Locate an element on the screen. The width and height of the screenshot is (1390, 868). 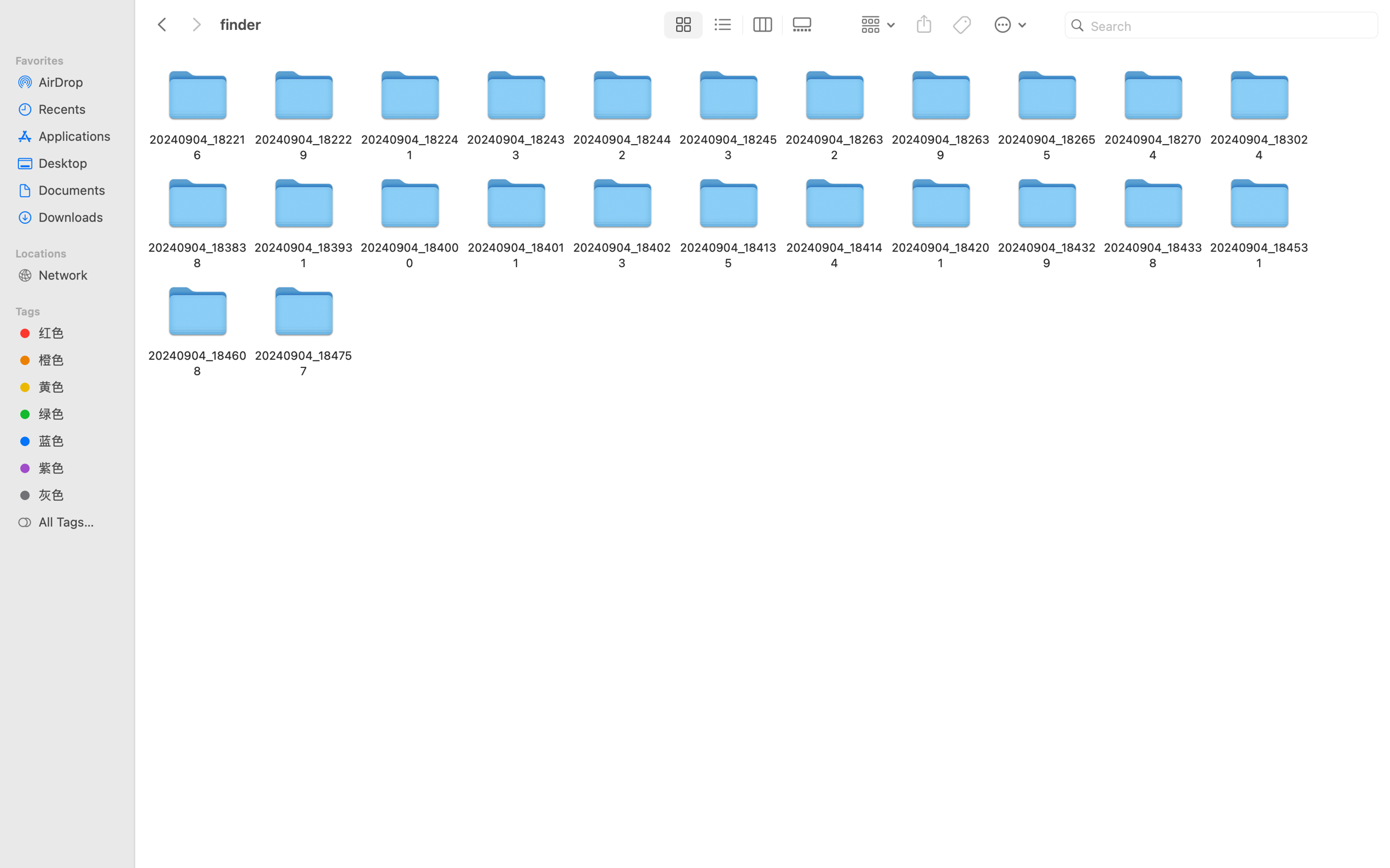
'Favorites' is located at coordinates (72, 59).